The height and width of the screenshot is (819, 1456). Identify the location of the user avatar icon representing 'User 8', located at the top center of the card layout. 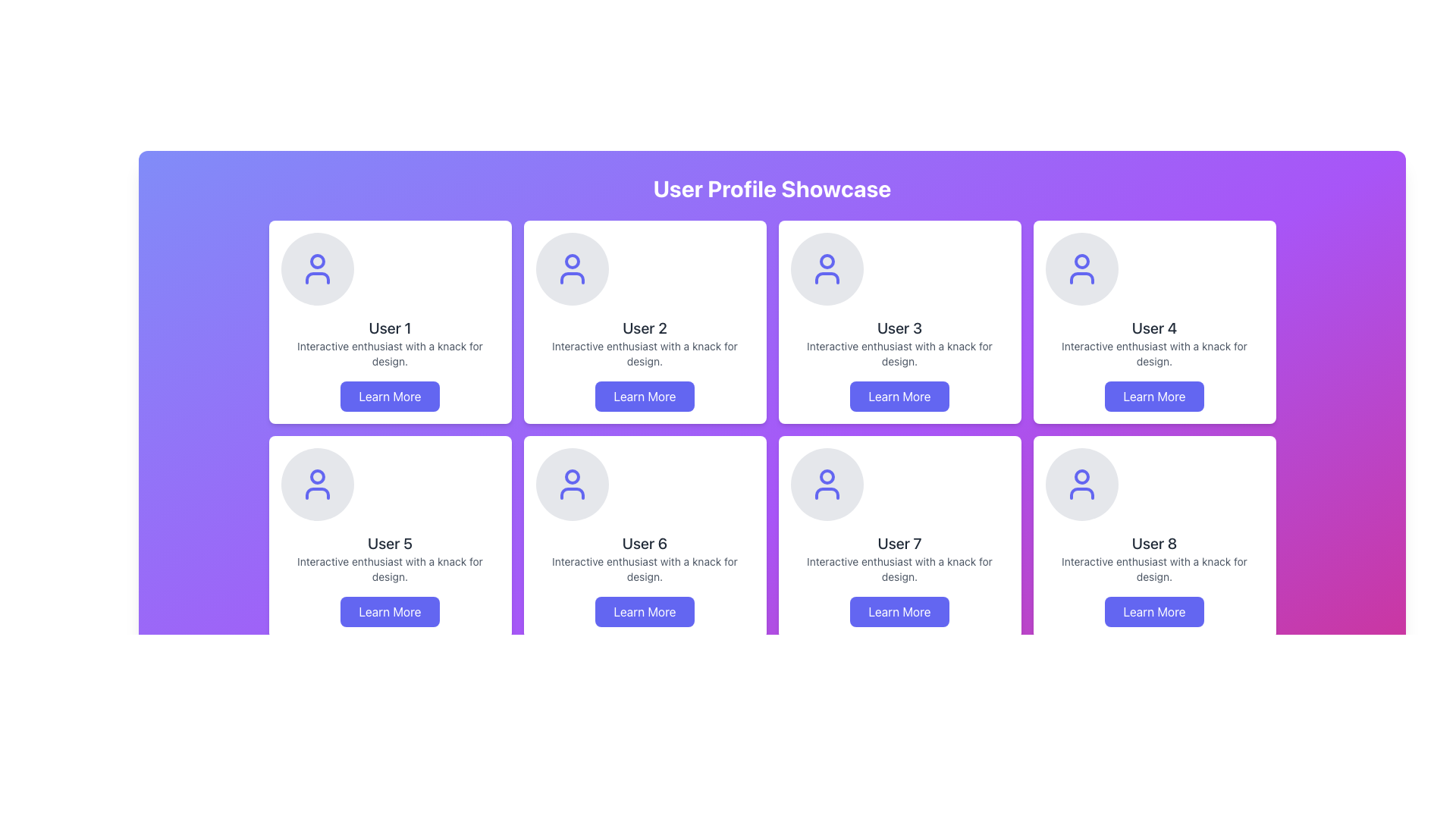
(1081, 485).